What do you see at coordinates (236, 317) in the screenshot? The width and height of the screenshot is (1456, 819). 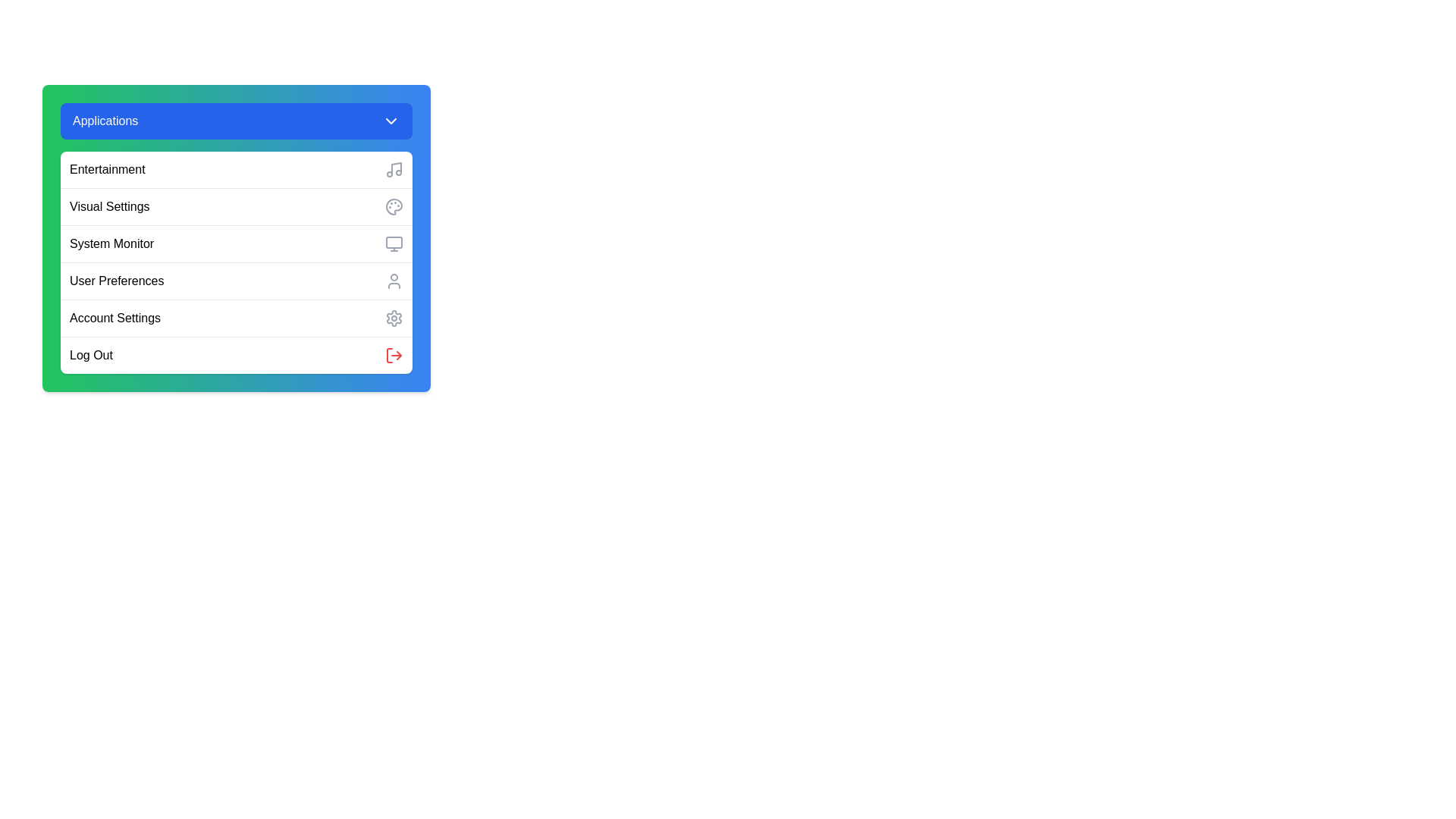 I see `the menu option Account Settings from the menu` at bounding box center [236, 317].